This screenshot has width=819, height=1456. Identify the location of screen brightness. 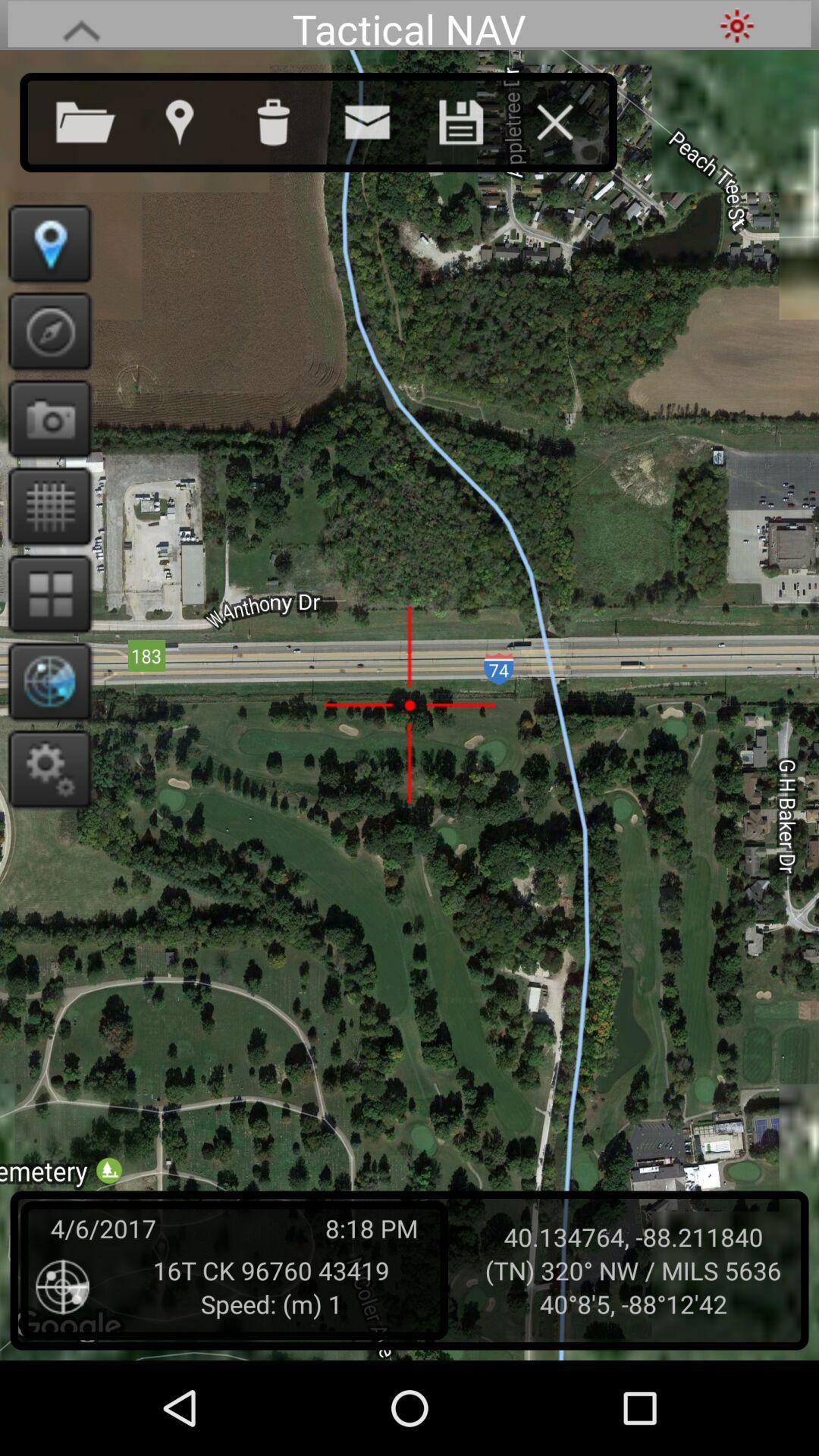
(736, 25).